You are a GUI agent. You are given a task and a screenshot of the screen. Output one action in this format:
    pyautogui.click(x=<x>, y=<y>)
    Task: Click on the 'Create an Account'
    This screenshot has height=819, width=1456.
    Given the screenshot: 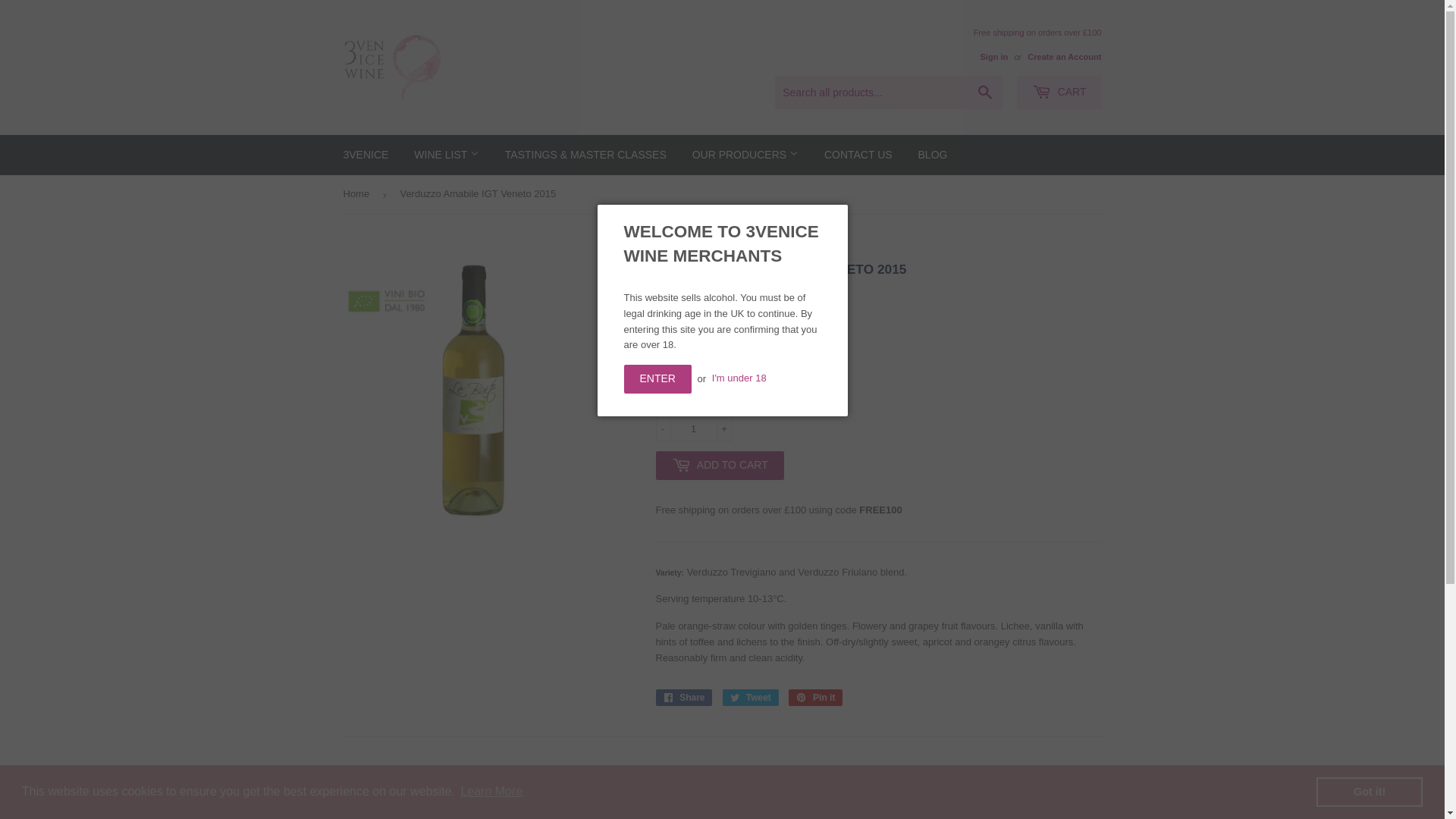 What is the action you would take?
    pyautogui.click(x=1063, y=55)
    